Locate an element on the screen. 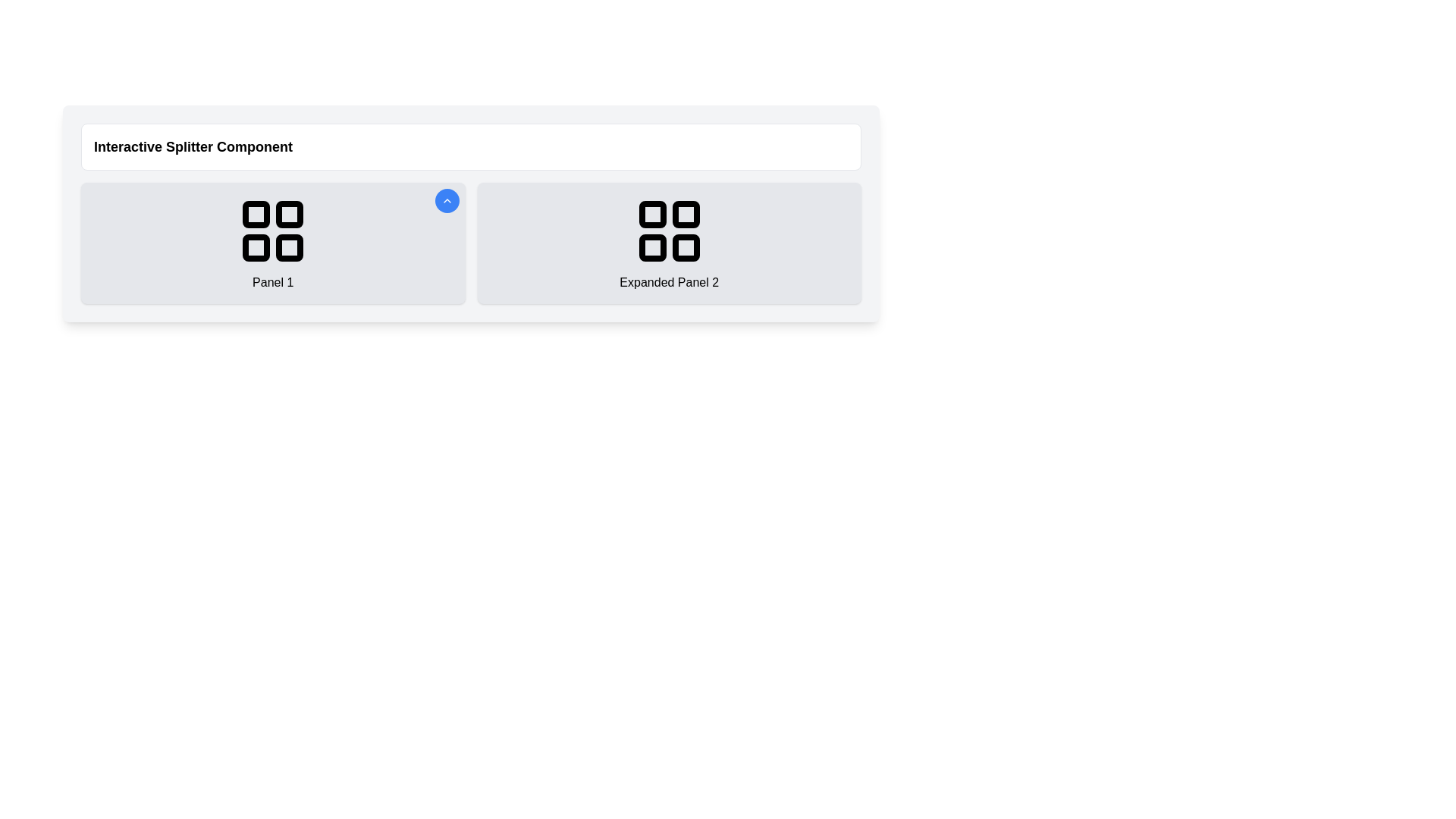  the interactive button in the top-right corner of 'Panel 1' is located at coordinates (446, 200).